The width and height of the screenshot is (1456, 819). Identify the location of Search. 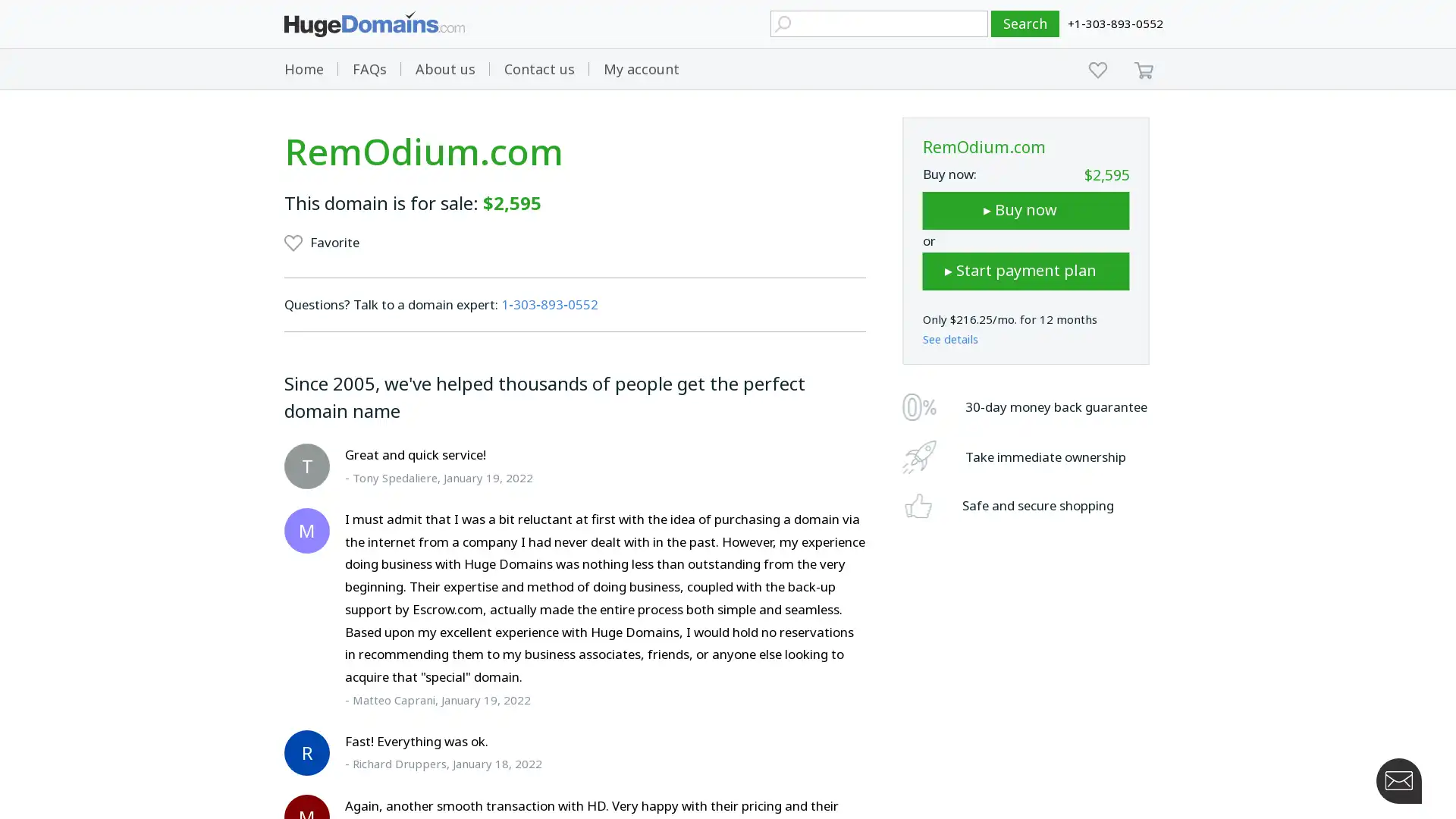
(1025, 24).